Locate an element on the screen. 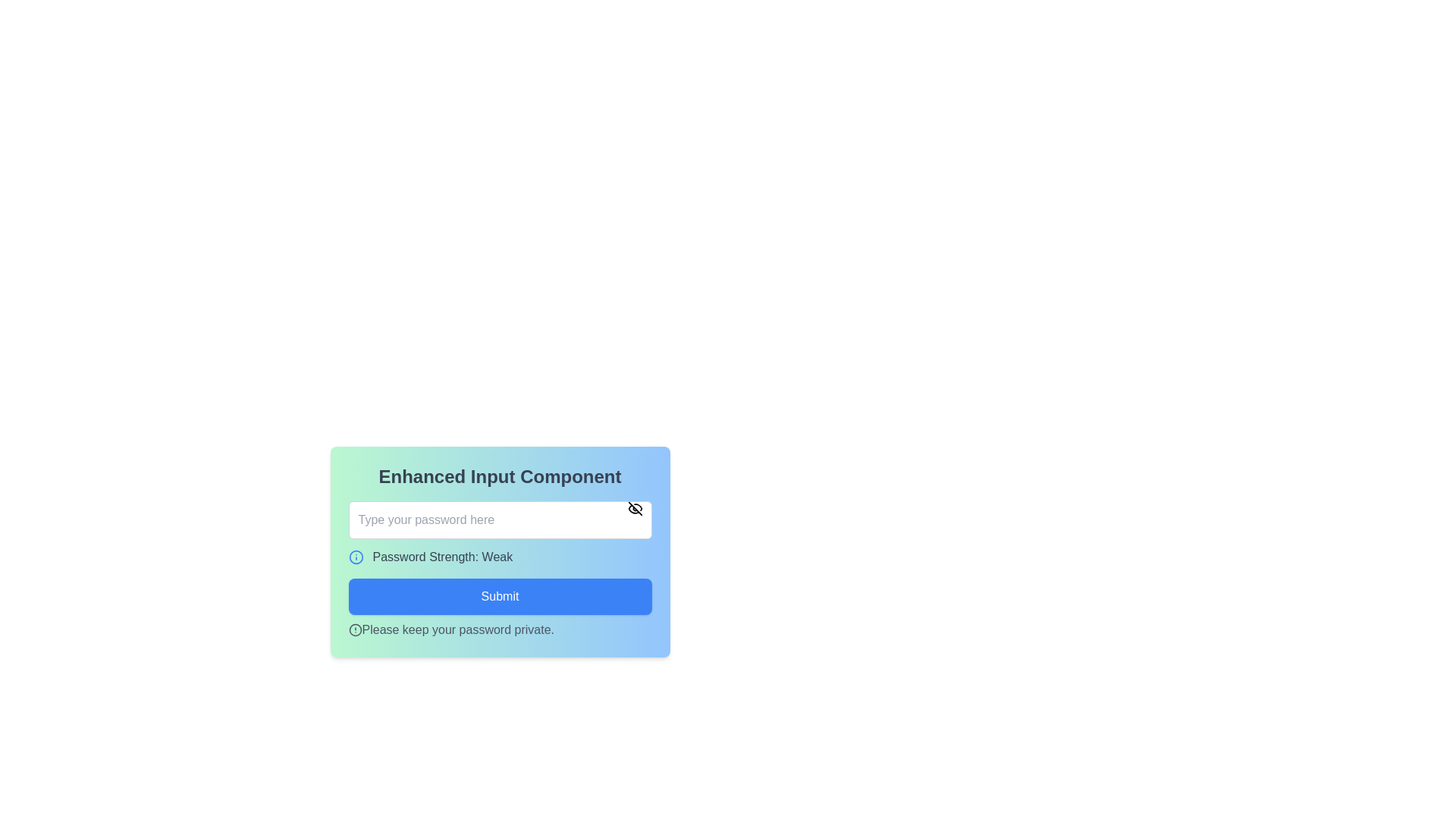 The height and width of the screenshot is (819, 1456). the alert icon located to the left of the text 'Please keep your password private.' at the bottom center of the main input form area is located at coordinates (354, 629).